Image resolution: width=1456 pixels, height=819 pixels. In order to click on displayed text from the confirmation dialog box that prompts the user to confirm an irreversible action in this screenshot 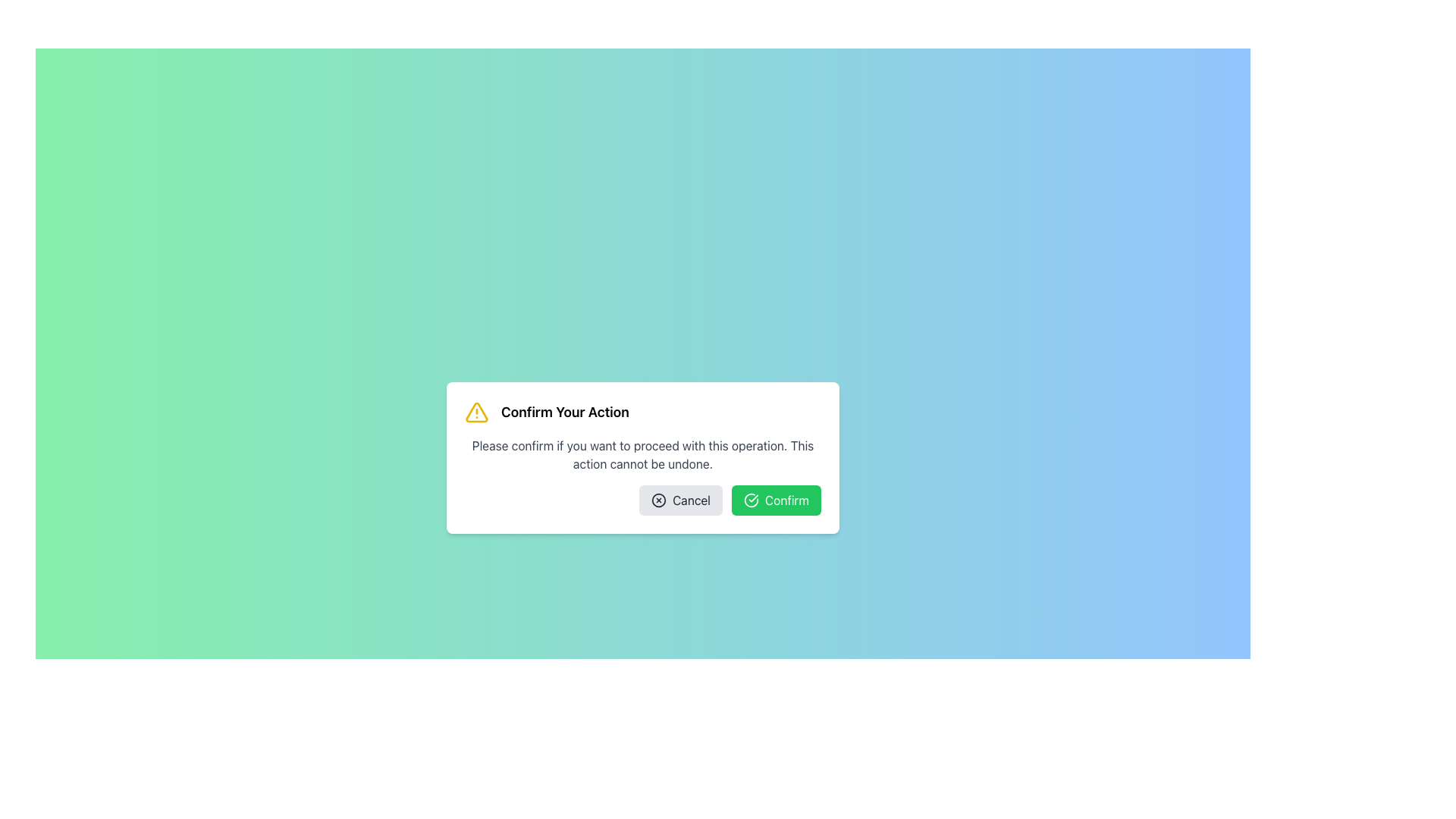, I will do `click(643, 457)`.